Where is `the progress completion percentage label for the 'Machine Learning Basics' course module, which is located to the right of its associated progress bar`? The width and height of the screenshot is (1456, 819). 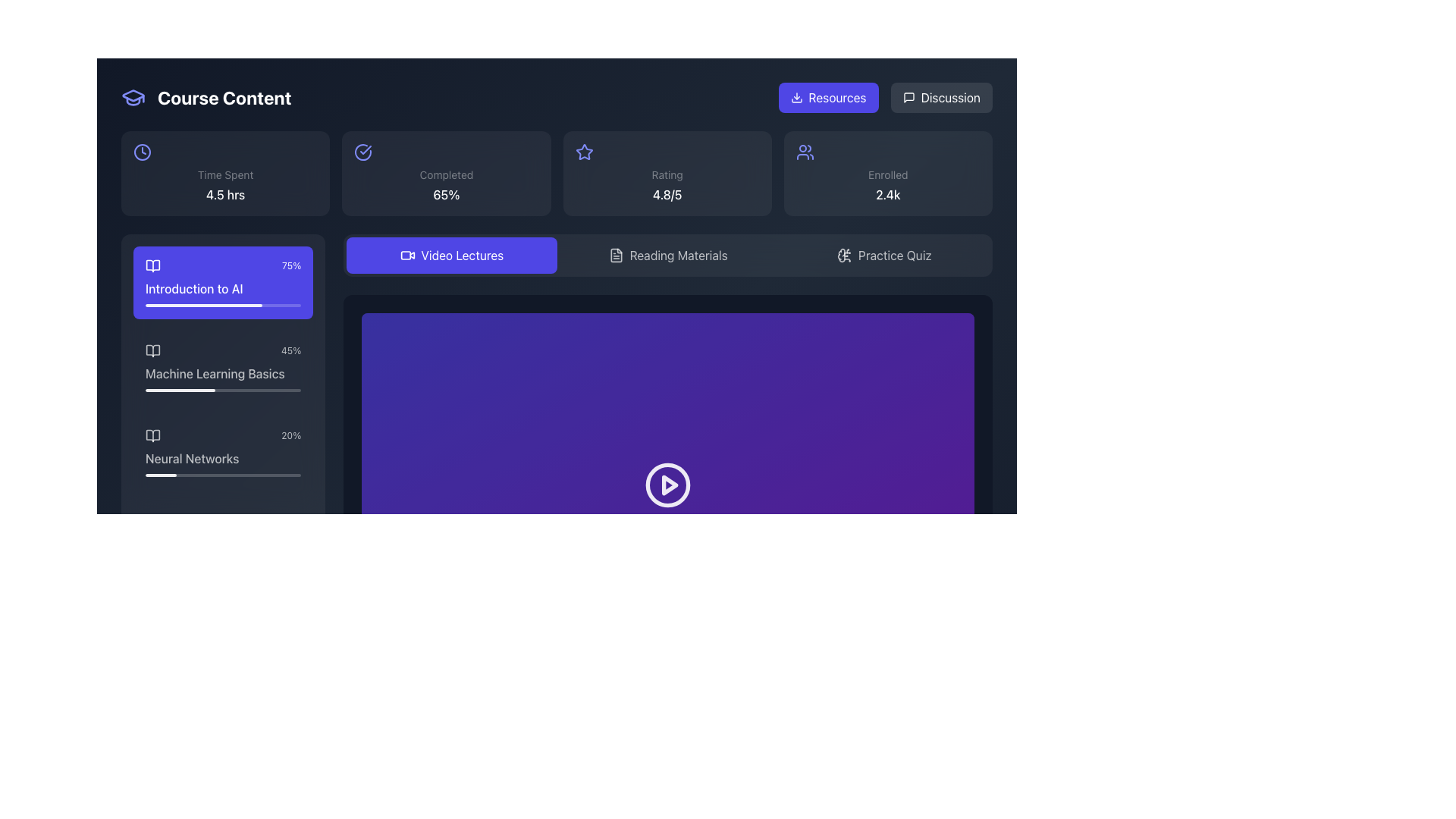
the progress completion percentage label for the 'Machine Learning Basics' course module, which is located to the right of its associated progress bar is located at coordinates (291, 350).